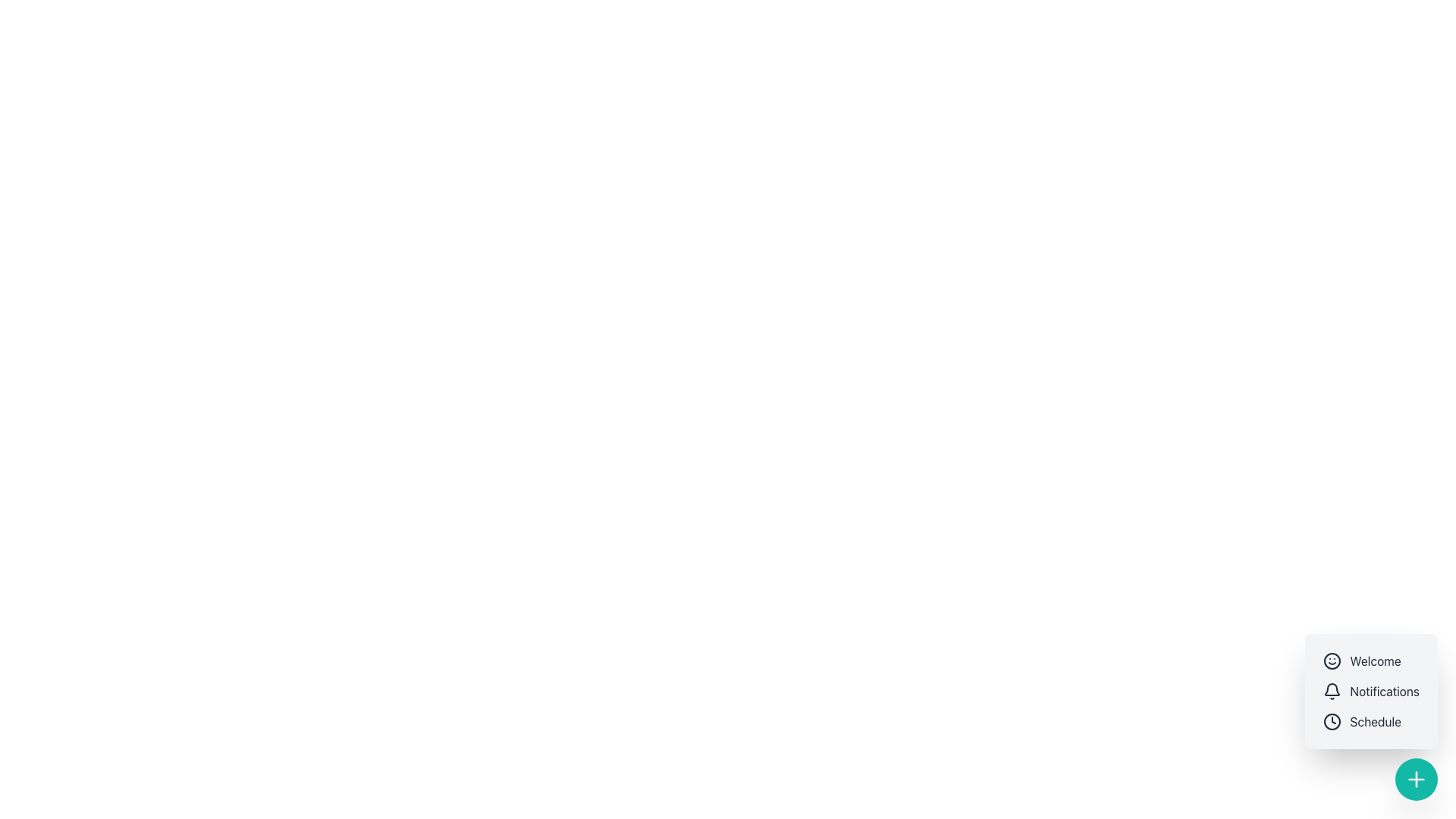  What do you see at coordinates (1331, 691) in the screenshot?
I see `the bell icon located near the top-left corner of the notifications segment` at bounding box center [1331, 691].